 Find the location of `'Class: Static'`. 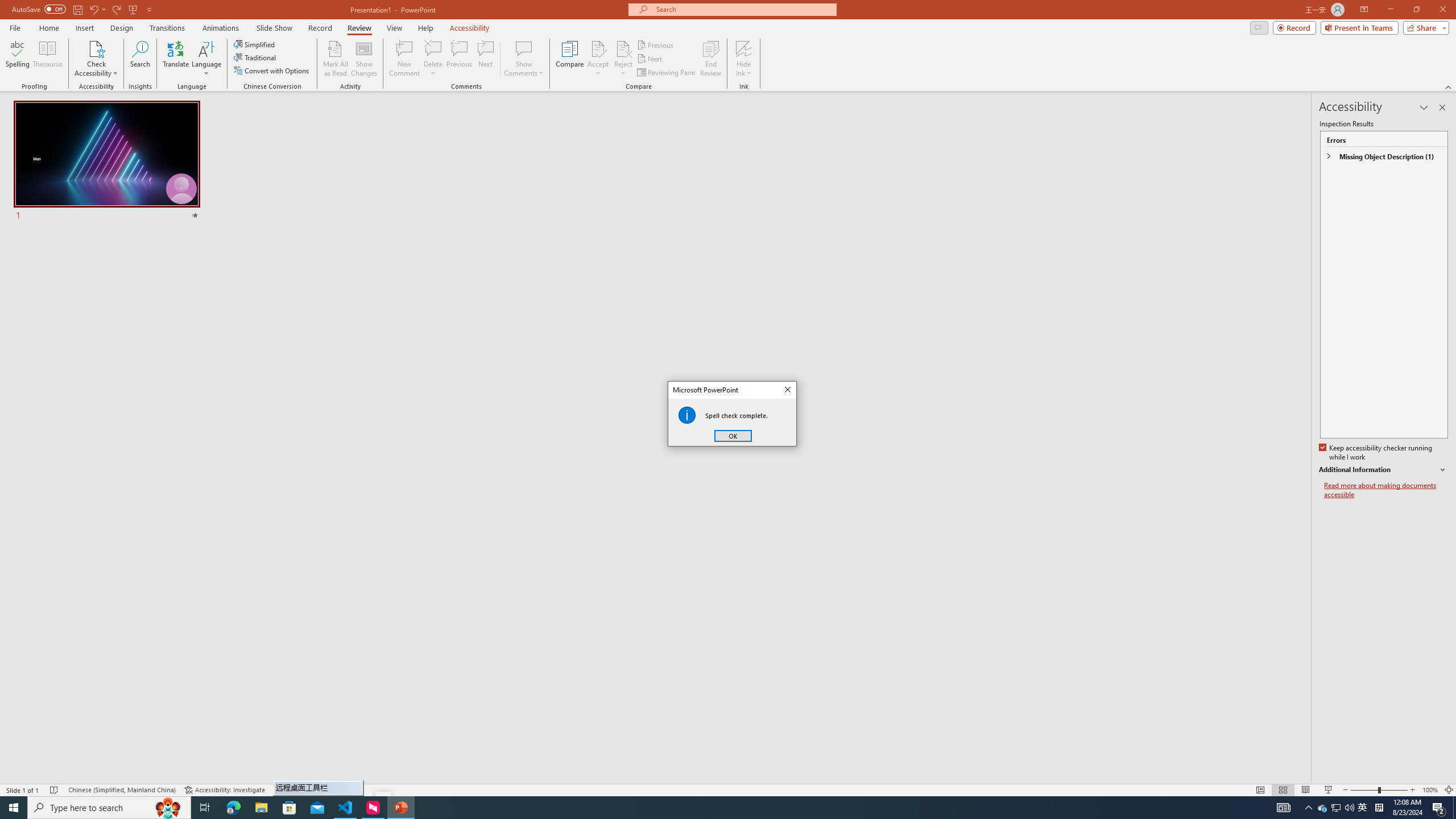

'Class: Static' is located at coordinates (686, 415).